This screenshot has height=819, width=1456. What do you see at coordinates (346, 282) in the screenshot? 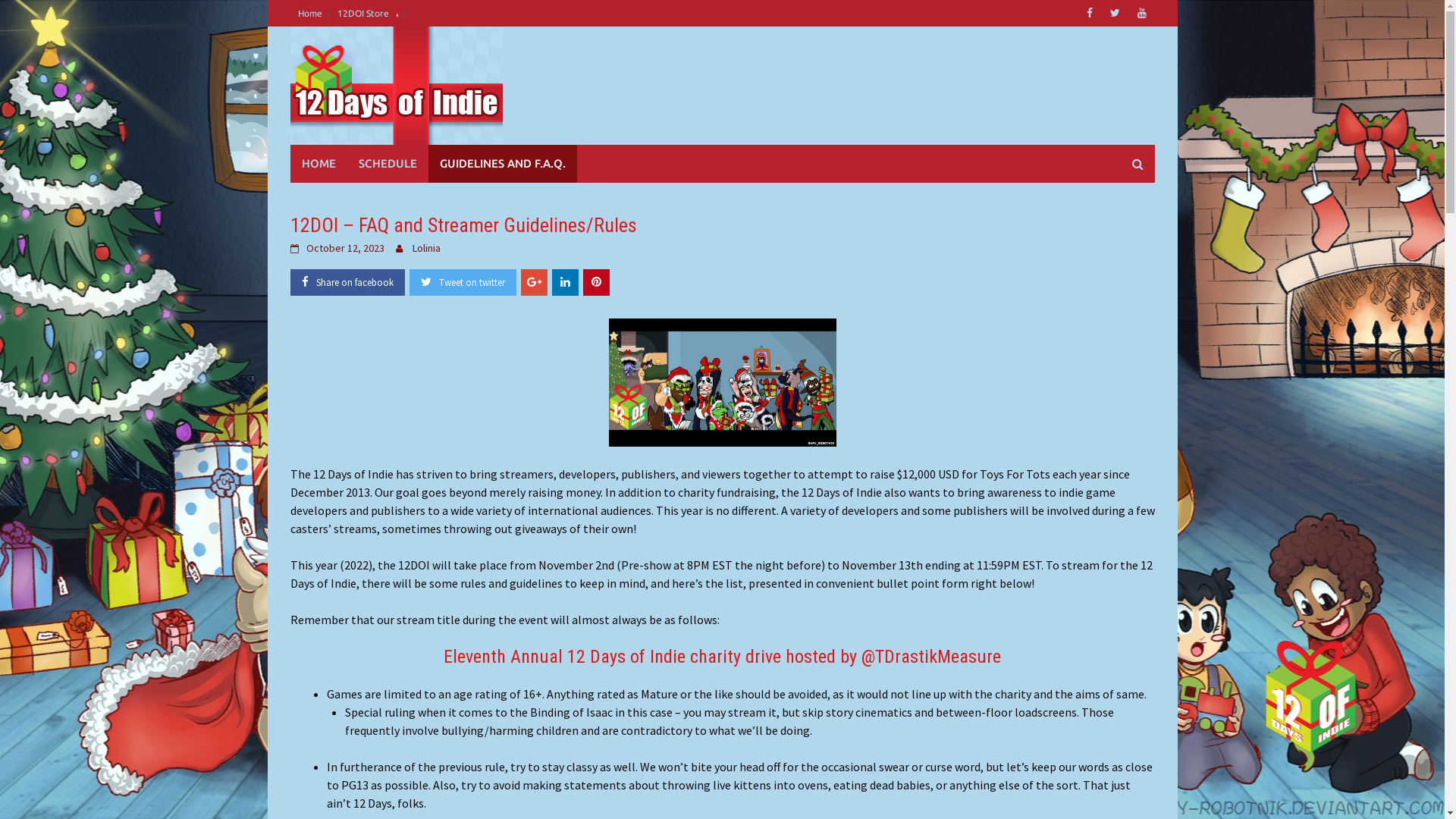
I see `'Share on facebook'` at bounding box center [346, 282].